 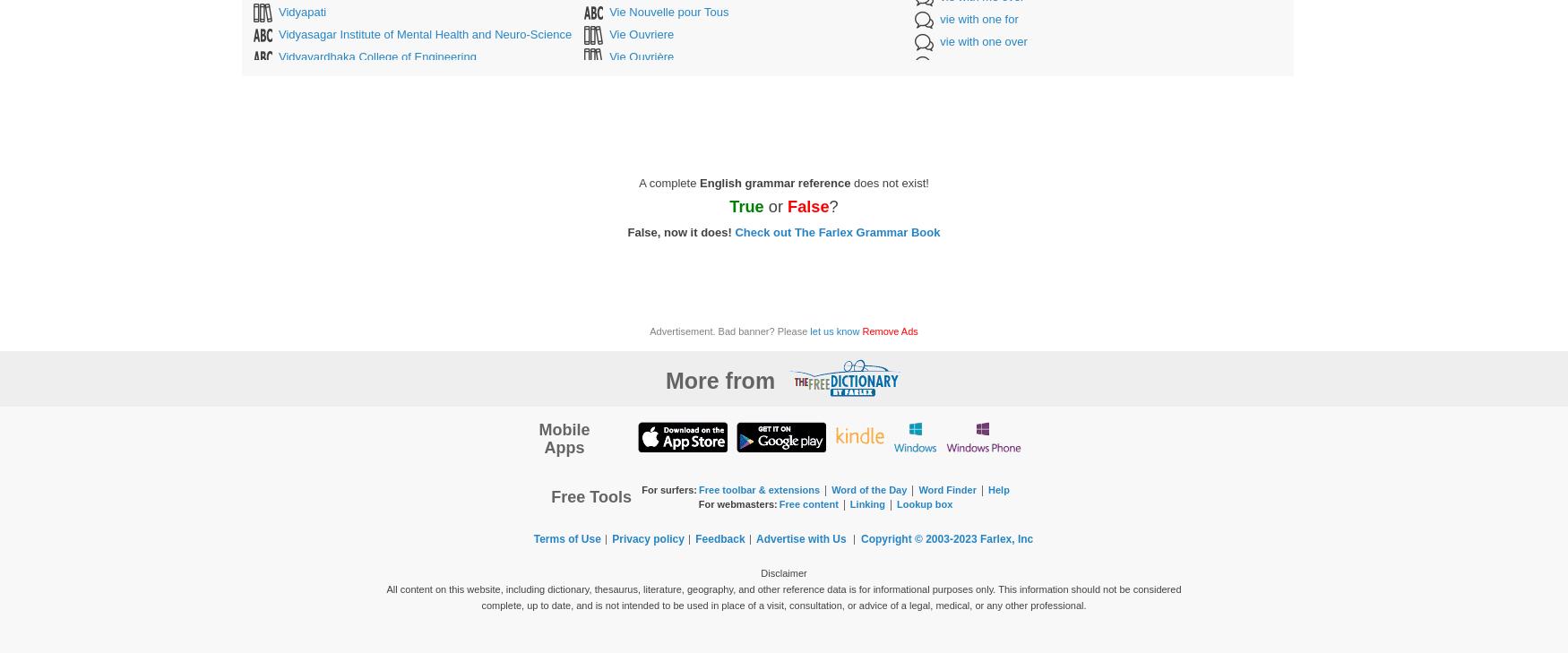 I want to click on 'Terms of Use', so click(x=565, y=539).